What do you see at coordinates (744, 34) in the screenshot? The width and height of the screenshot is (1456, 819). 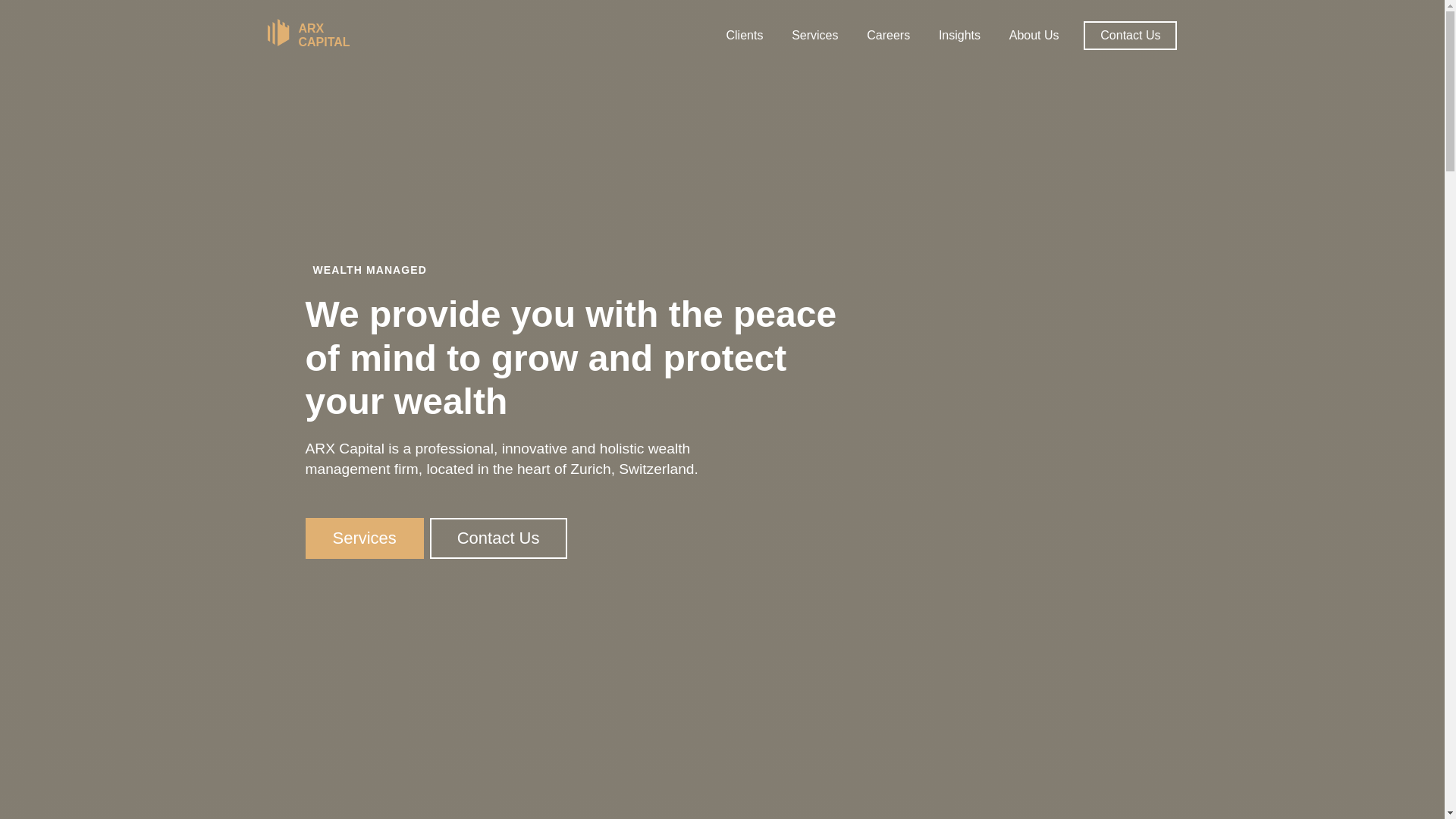 I see `'Clients'` at bounding box center [744, 34].